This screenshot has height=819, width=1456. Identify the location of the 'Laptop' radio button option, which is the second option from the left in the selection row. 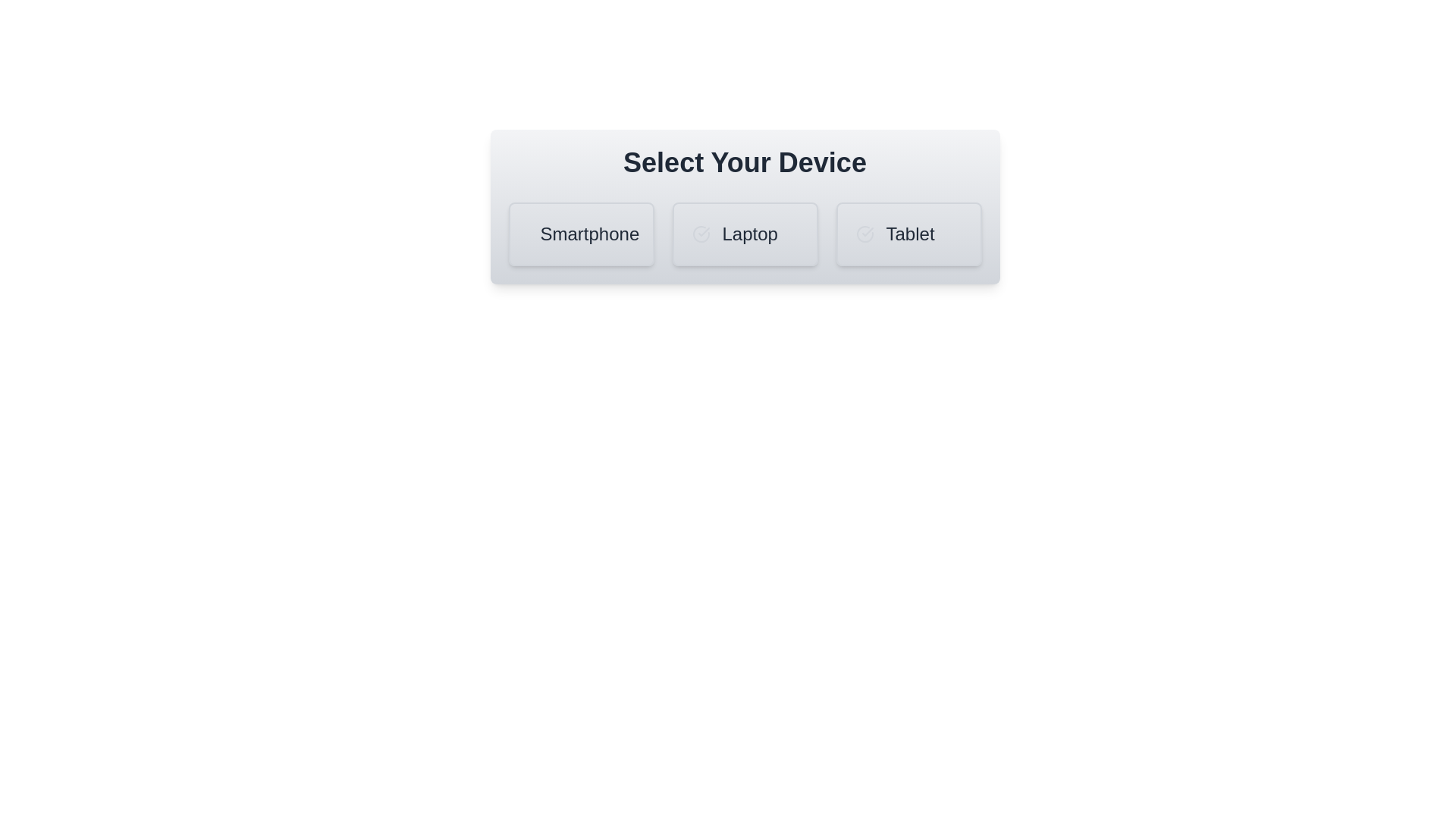
(745, 234).